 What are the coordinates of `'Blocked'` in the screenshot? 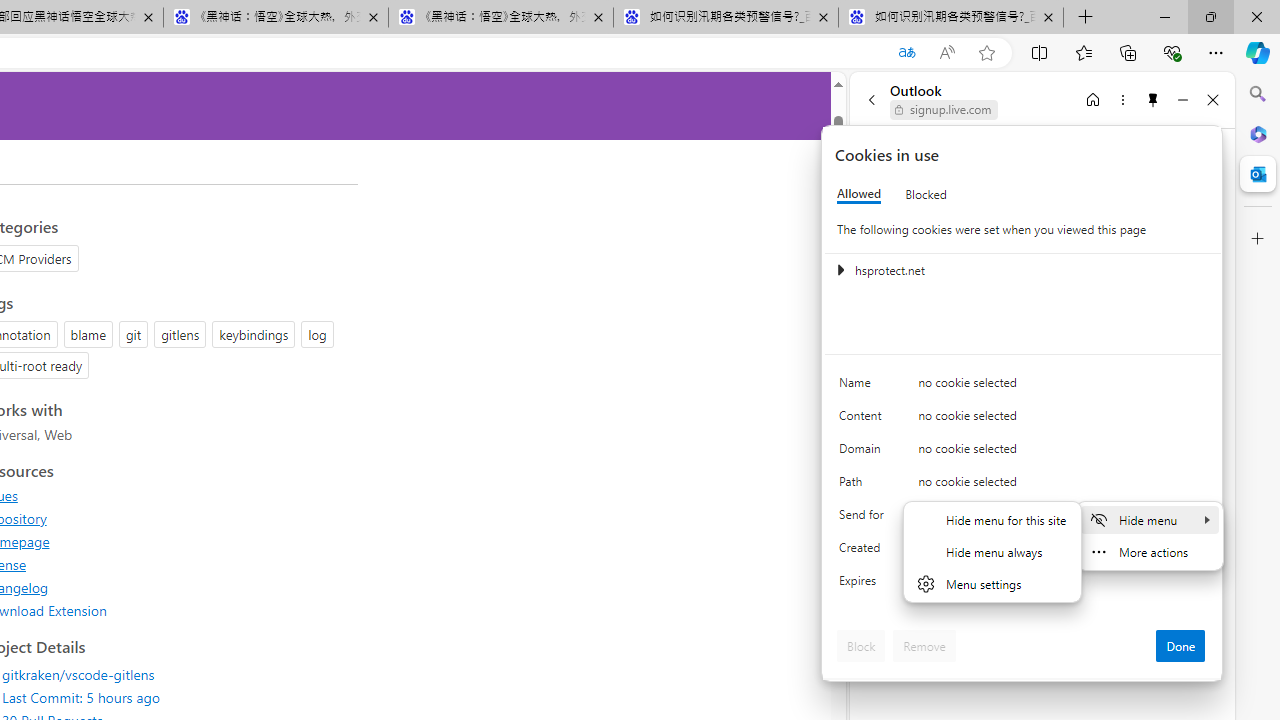 It's located at (925, 194).